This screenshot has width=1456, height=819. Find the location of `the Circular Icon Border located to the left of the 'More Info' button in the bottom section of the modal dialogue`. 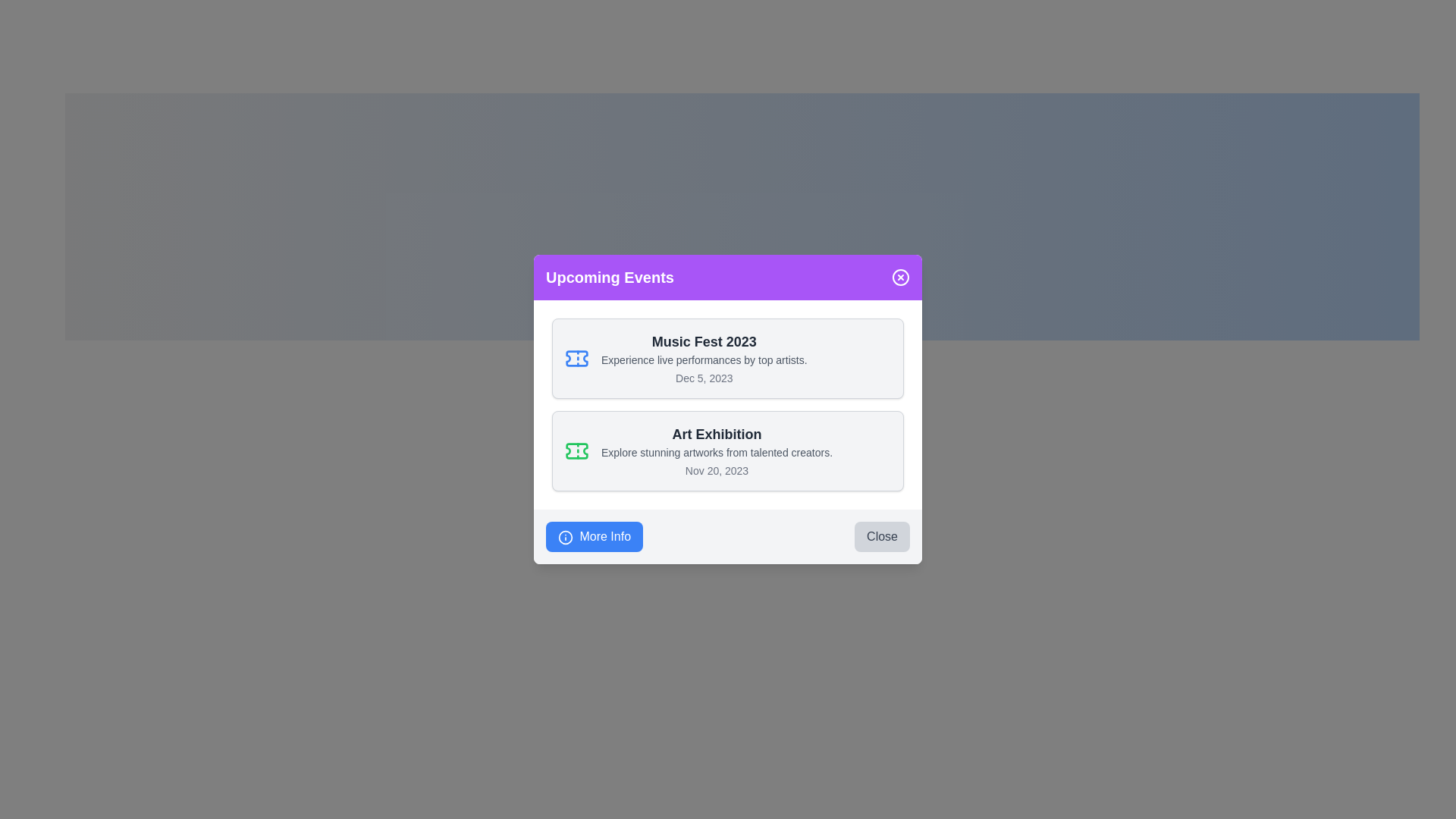

the Circular Icon Border located to the left of the 'More Info' button in the bottom section of the modal dialogue is located at coordinates (564, 536).